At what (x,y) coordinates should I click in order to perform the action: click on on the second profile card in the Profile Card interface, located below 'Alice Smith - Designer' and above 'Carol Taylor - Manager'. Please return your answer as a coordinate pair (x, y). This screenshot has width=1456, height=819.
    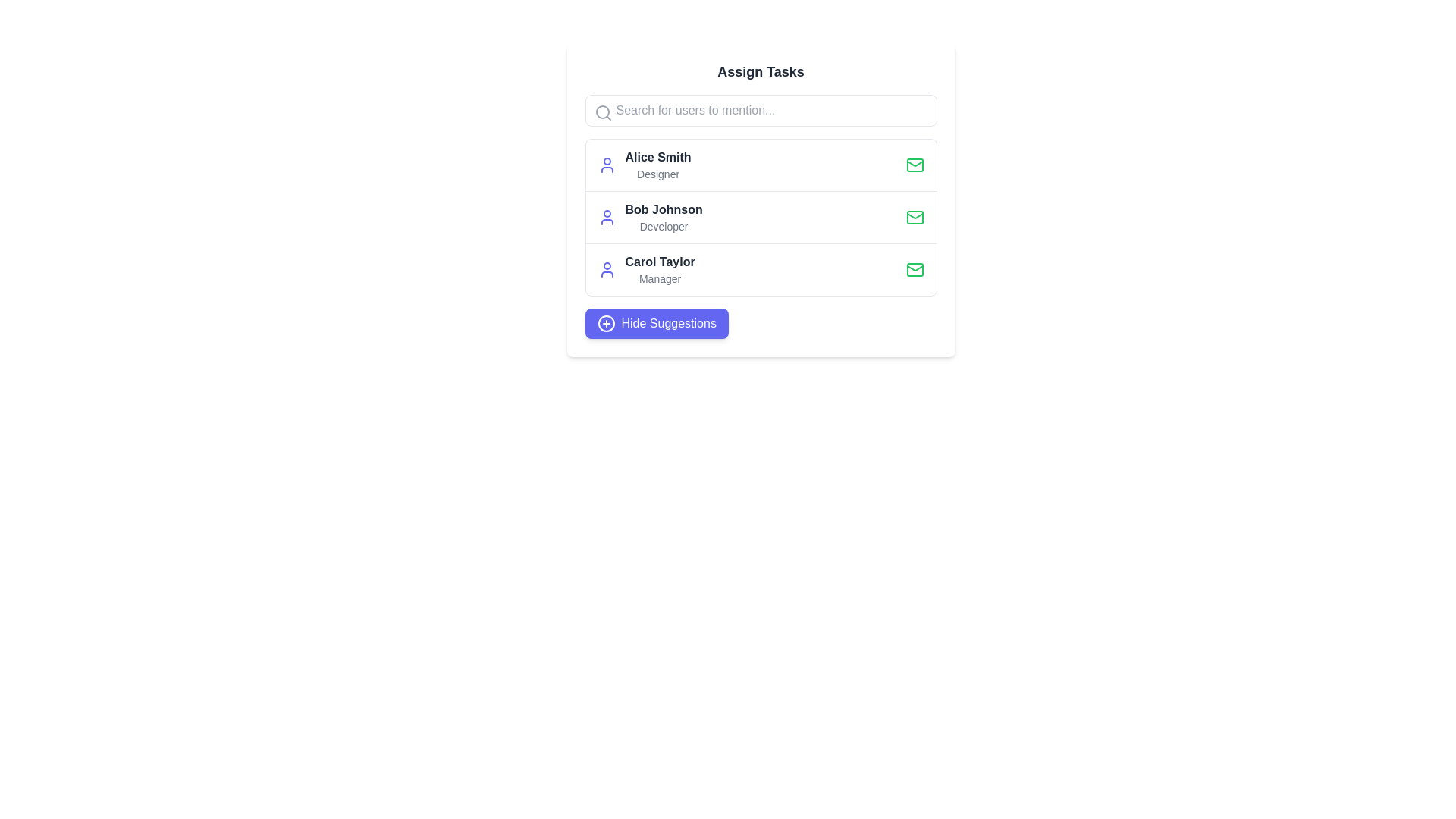
    Looking at the image, I should click on (761, 199).